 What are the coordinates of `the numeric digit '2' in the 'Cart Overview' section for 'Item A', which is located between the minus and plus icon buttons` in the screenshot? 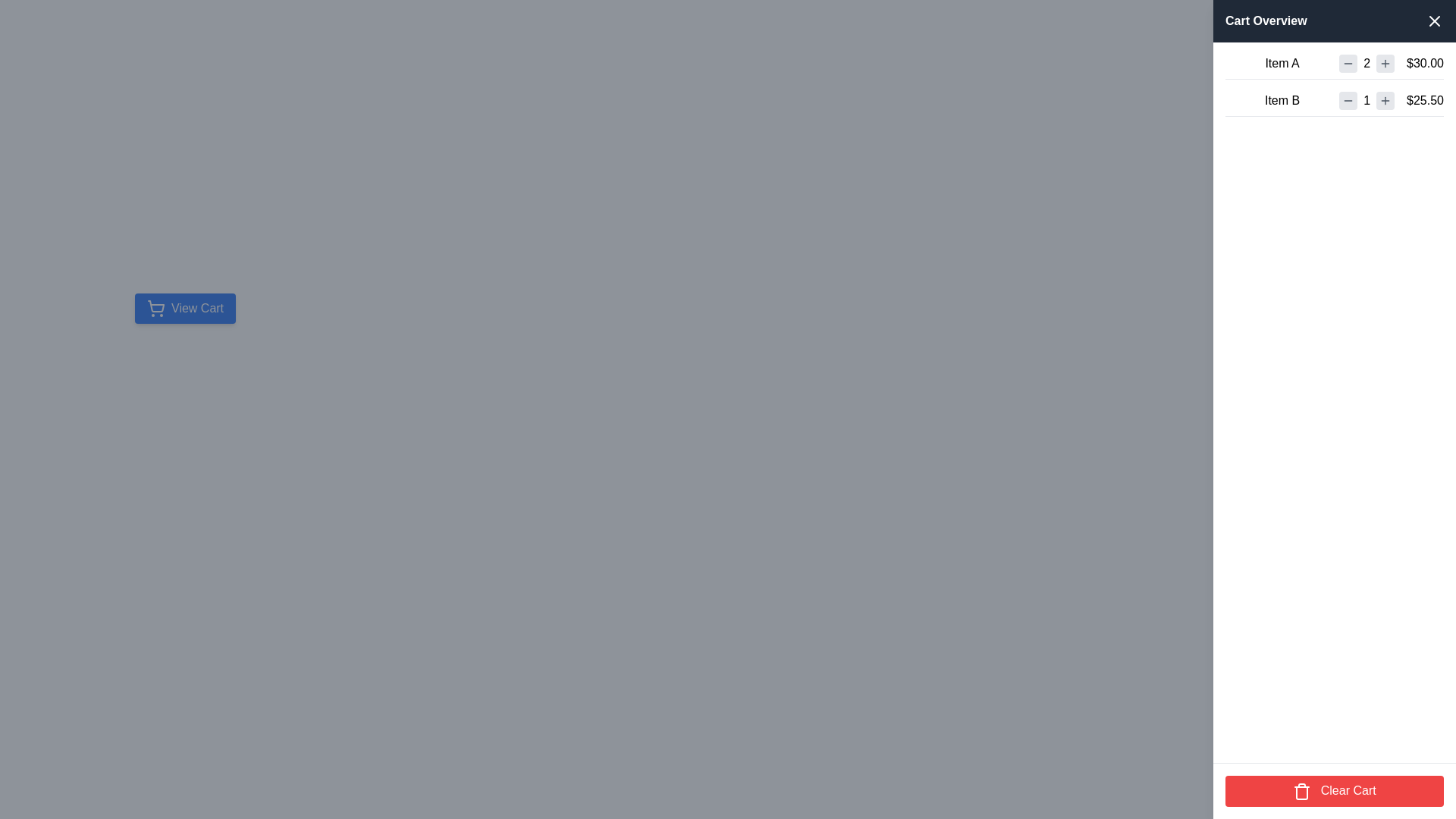 It's located at (1367, 63).